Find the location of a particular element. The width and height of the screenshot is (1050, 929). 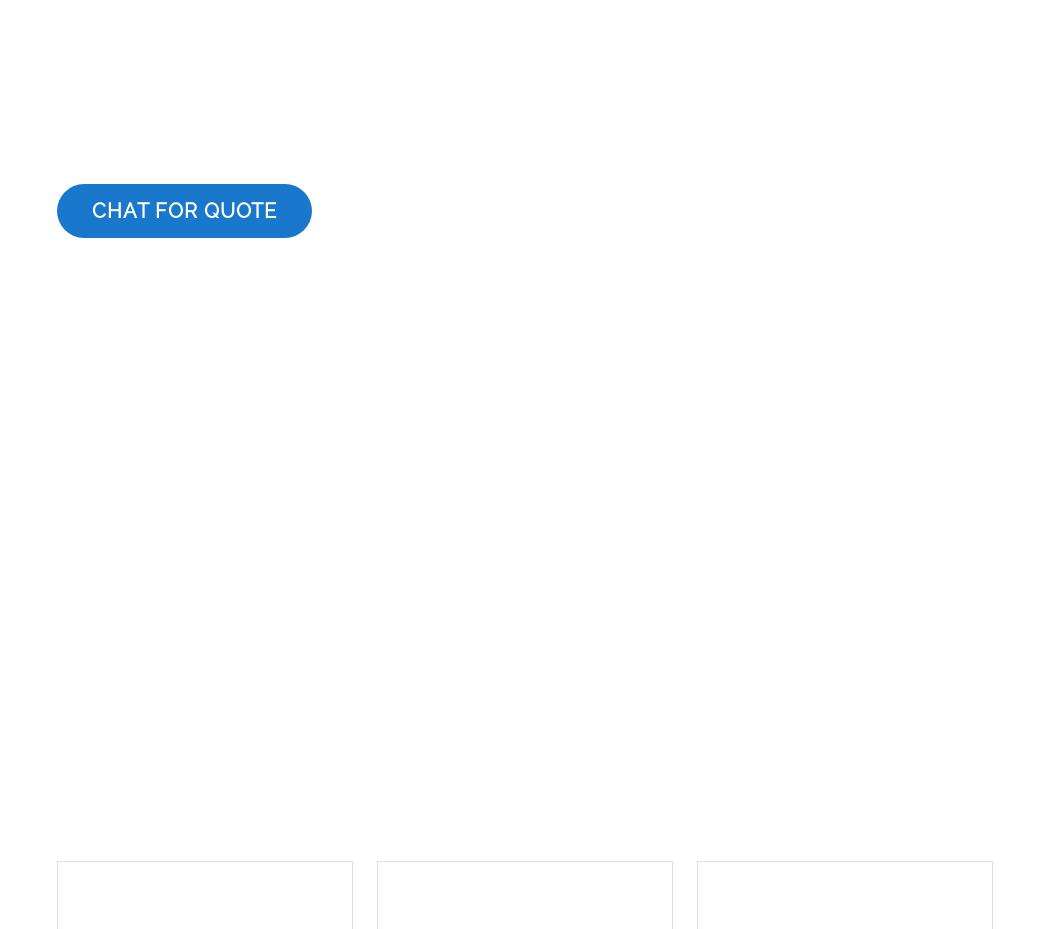

'24/7 Customer Support' is located at coordinates (696, 699).